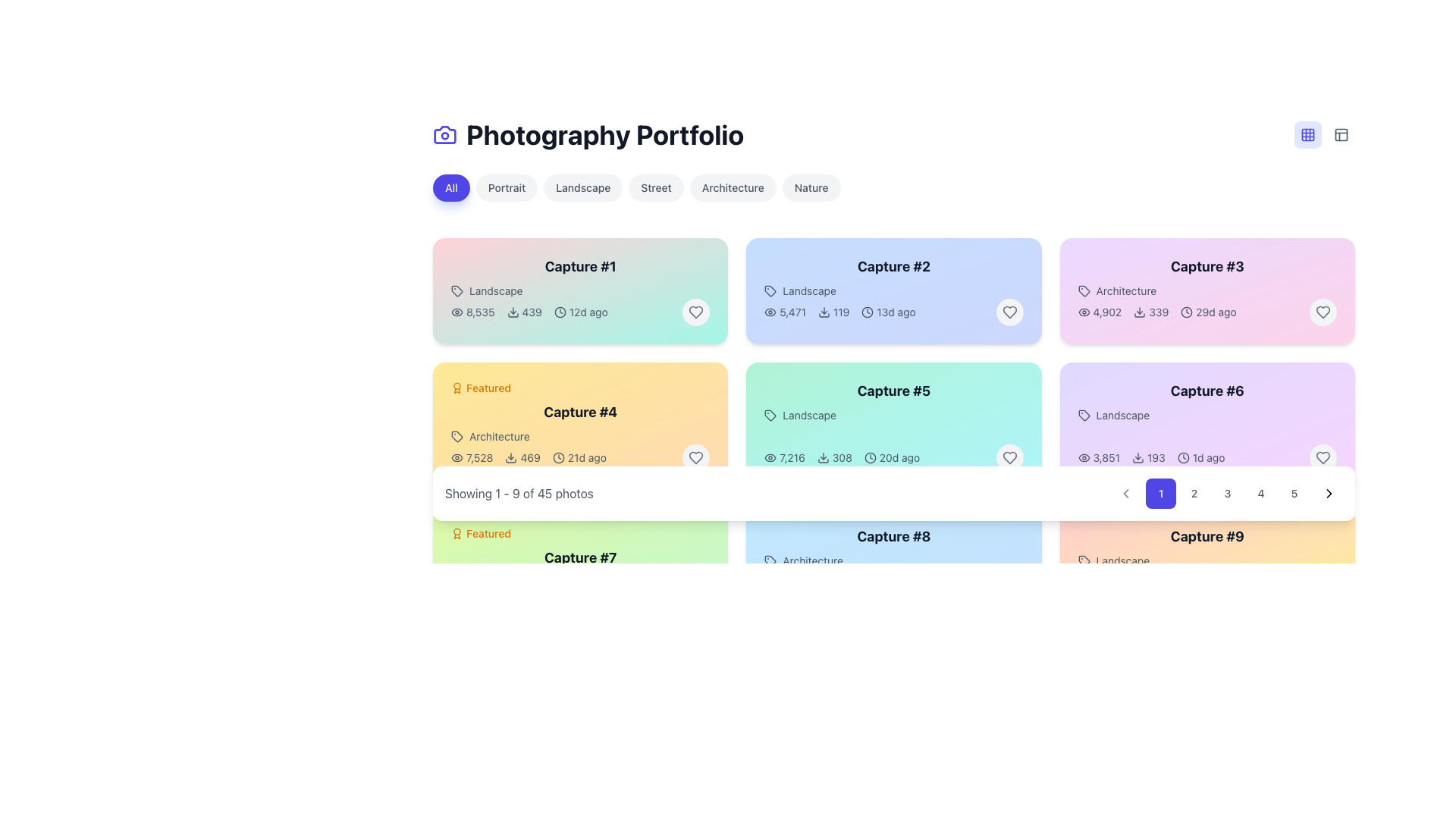 The image size is (1456, 819). What do you see at coordinates (579, 457) in the screenshot?
I see `the textual metadata with icons located in the bottom section of the 'Capture #4' card, which indicates views, downloads, and time passed` at bounding box center [579, 457].